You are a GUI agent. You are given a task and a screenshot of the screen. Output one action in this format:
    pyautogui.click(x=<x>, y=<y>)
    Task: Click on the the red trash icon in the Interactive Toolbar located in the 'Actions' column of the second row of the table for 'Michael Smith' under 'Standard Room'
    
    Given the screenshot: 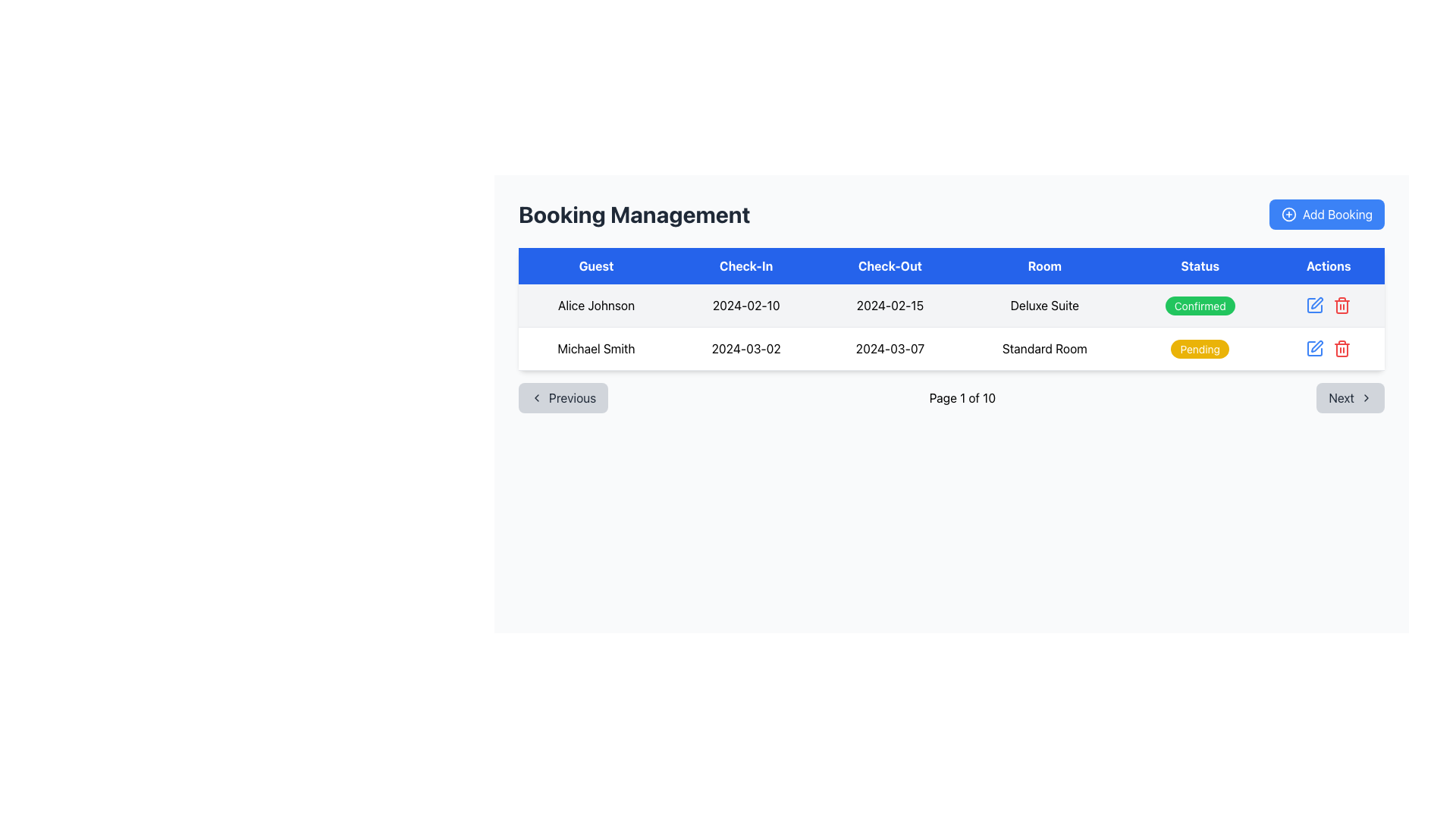 What is the action you would take?
    pyautogui.click(x=1328, y=348)
    